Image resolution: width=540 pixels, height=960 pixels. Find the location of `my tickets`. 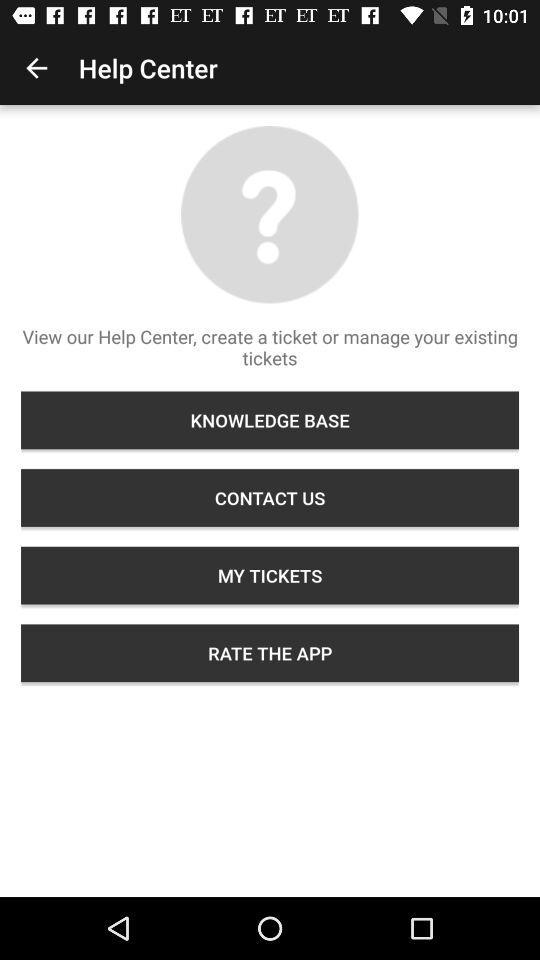

my tickets is located at coordinates (270, 575).